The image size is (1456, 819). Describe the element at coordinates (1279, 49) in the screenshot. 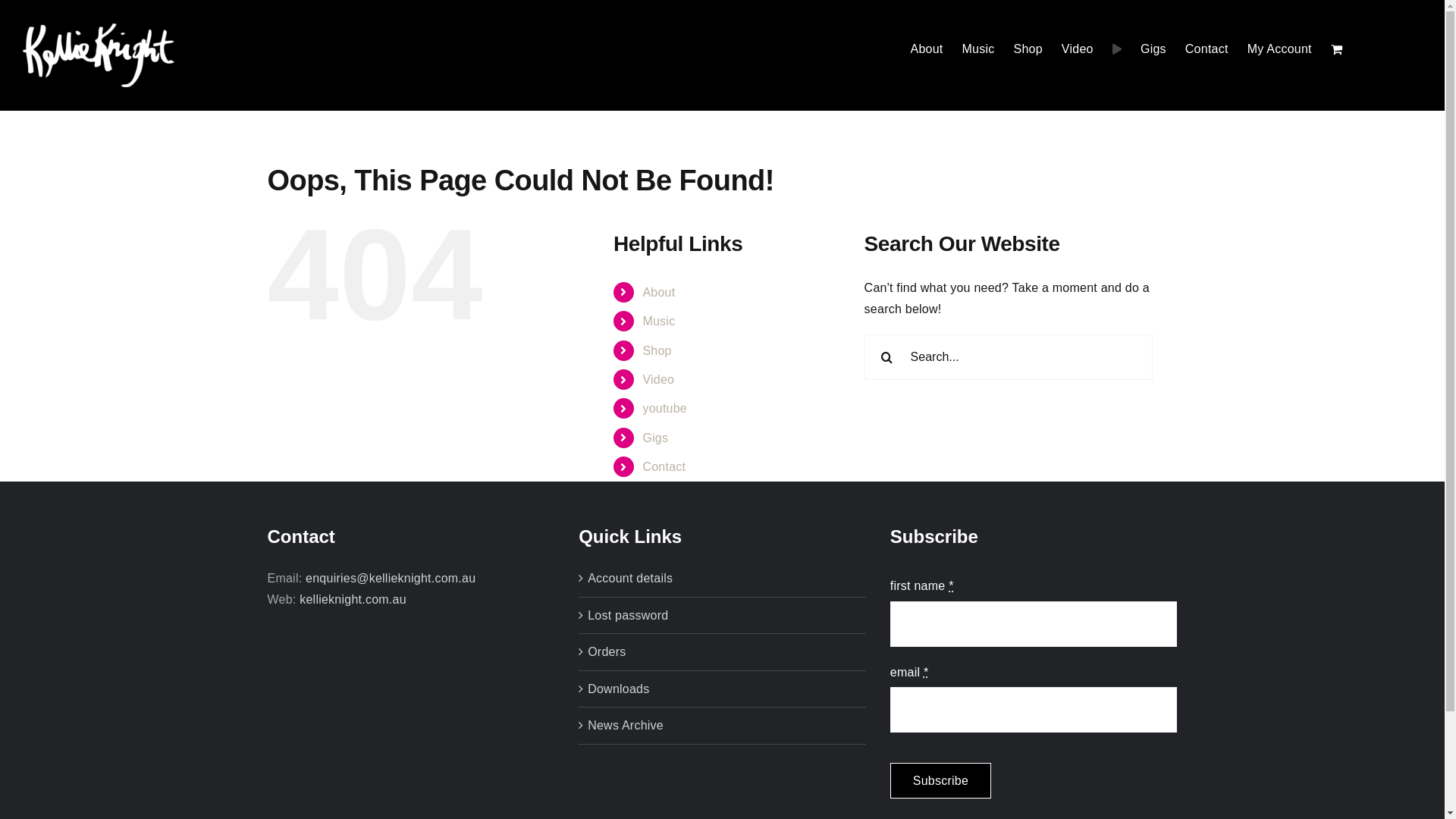

I see `'My Account'` at that location.